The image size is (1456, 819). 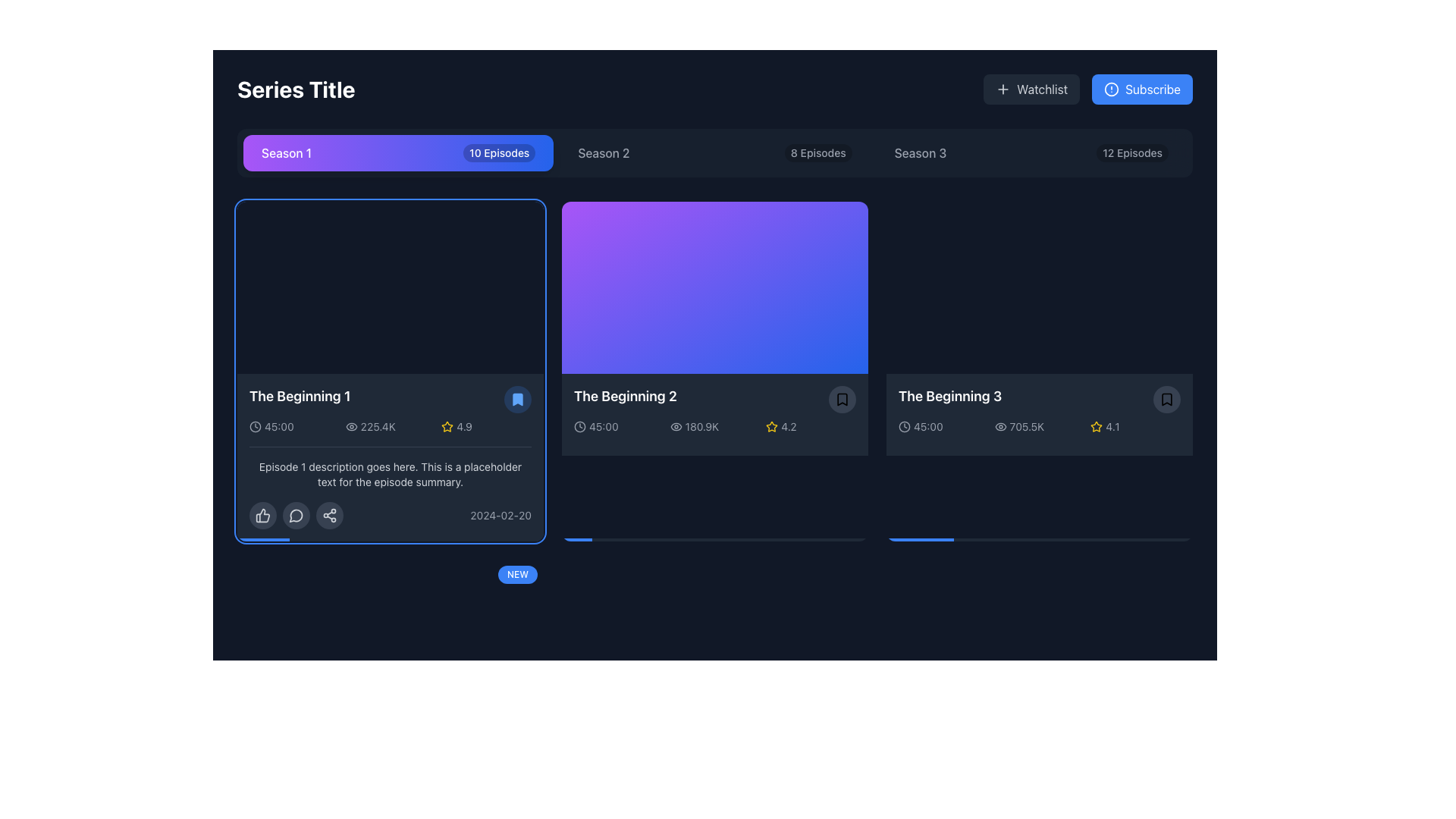 What do you see at coordinates (1112, 427) in the screenshot?
I see `the numeric text reading '4.1', which is styled in a light font against a dark background and positioned to the right of a yellow star icon in the details section of 'The Beginning 3' card` at bounding box center [1112, 427].